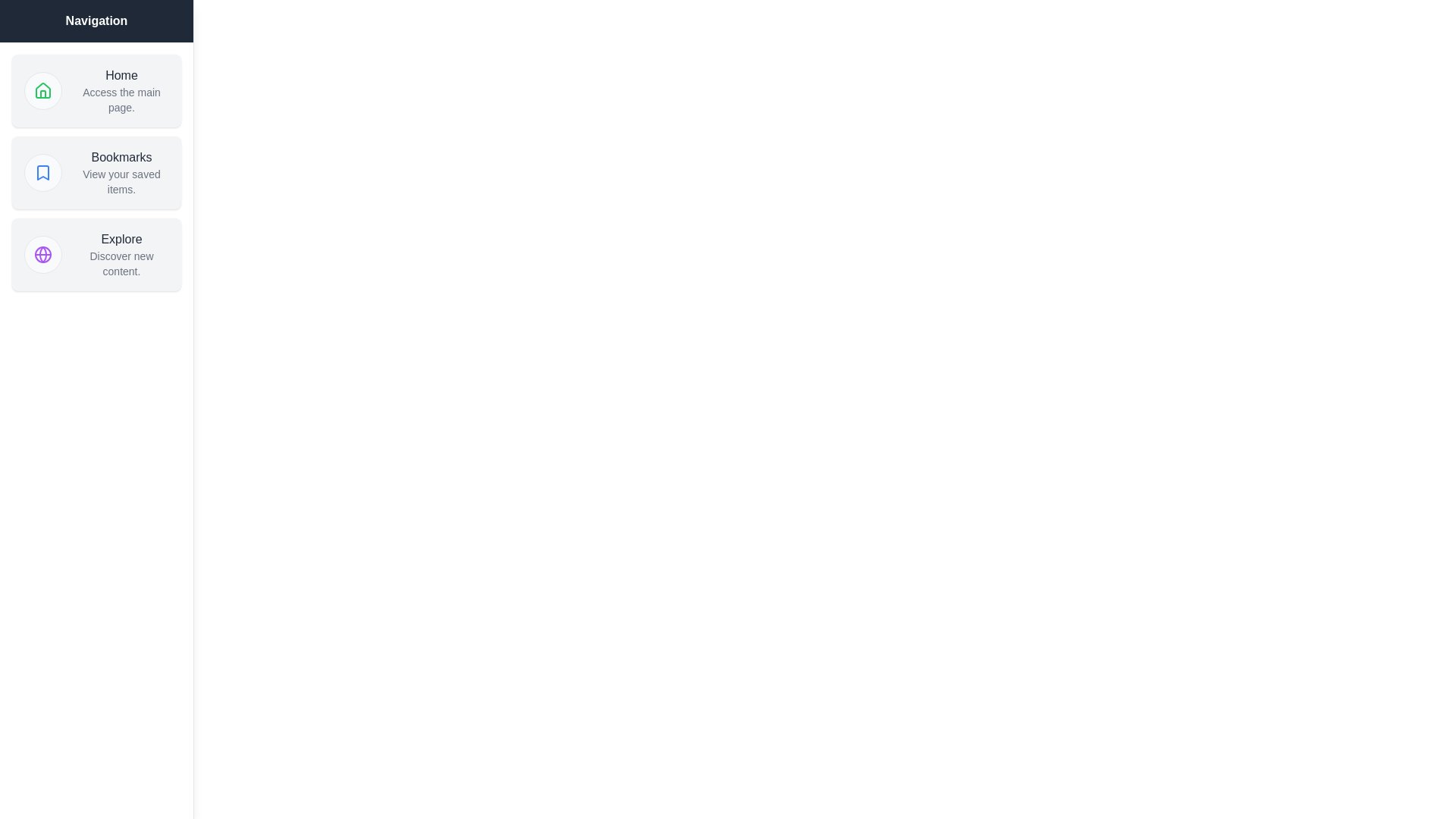 This screenshot has width=1456, height=819. I want to click on the menu item Explore to observe its hover effect, so click(96, 253).